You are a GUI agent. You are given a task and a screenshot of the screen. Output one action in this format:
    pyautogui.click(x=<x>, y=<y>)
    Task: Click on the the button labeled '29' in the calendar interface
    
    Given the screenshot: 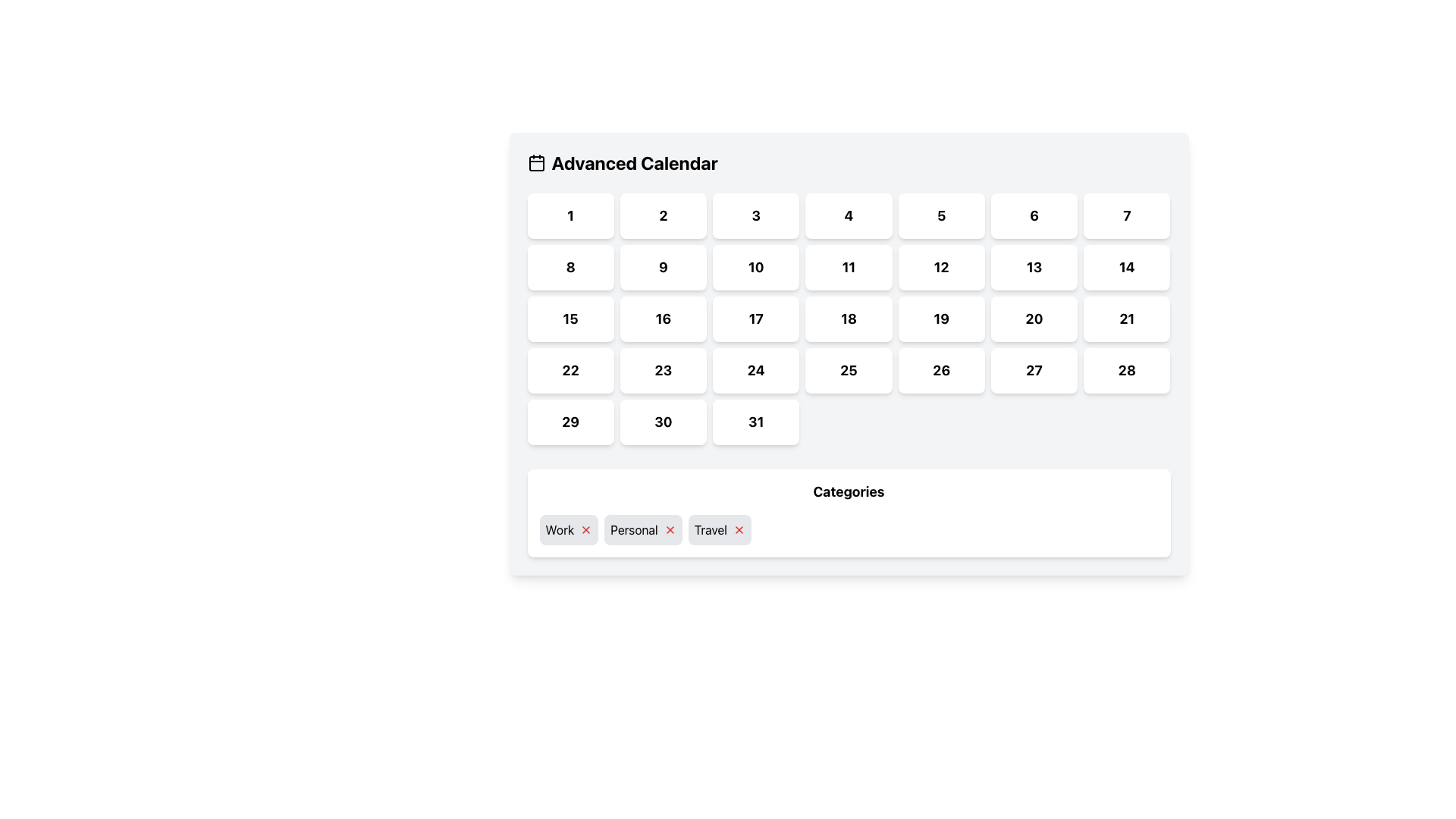 What is the action you would take?
    pyautogui.click(x=570, y=422)
    